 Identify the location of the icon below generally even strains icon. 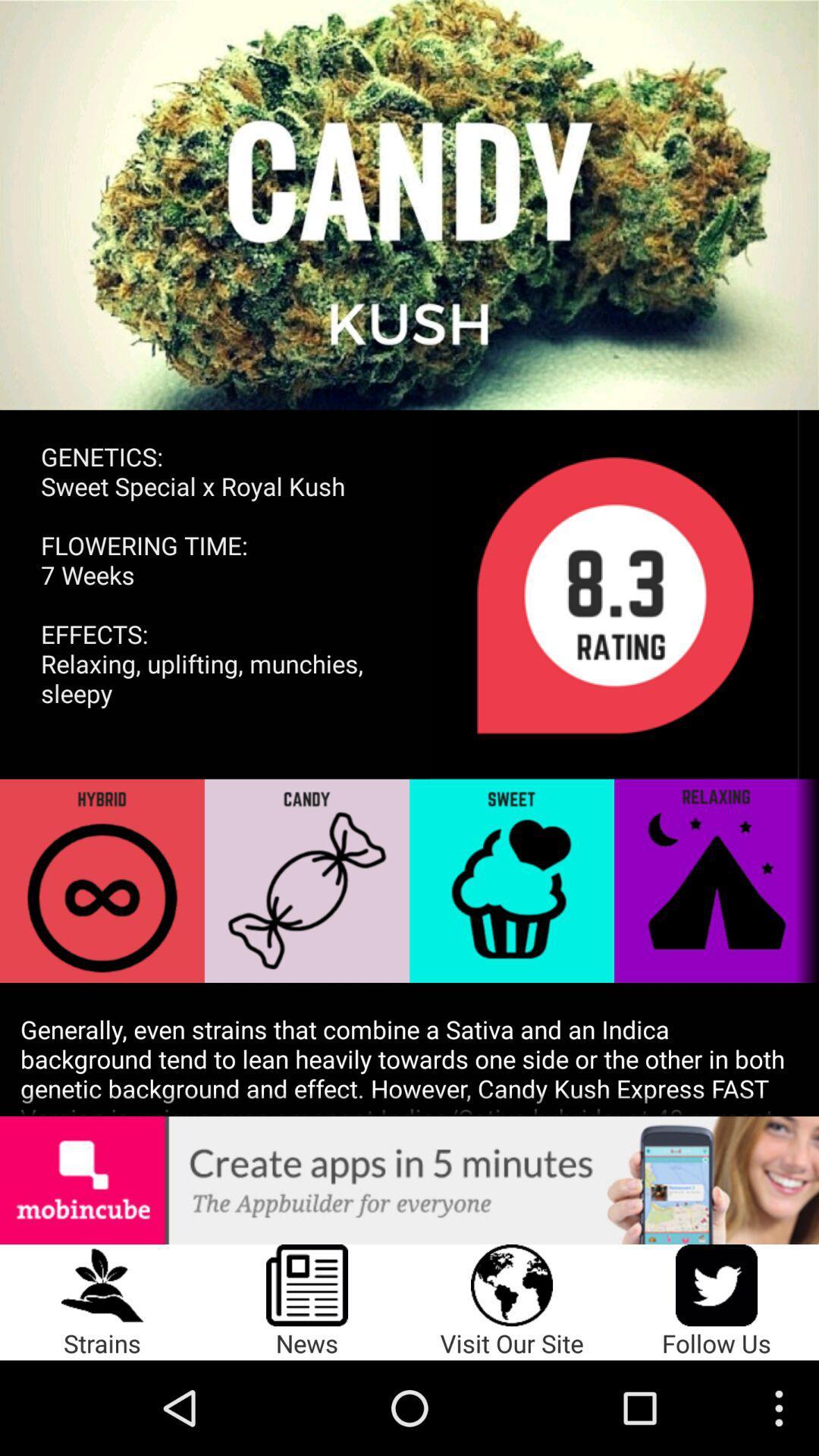
(409, 1179).